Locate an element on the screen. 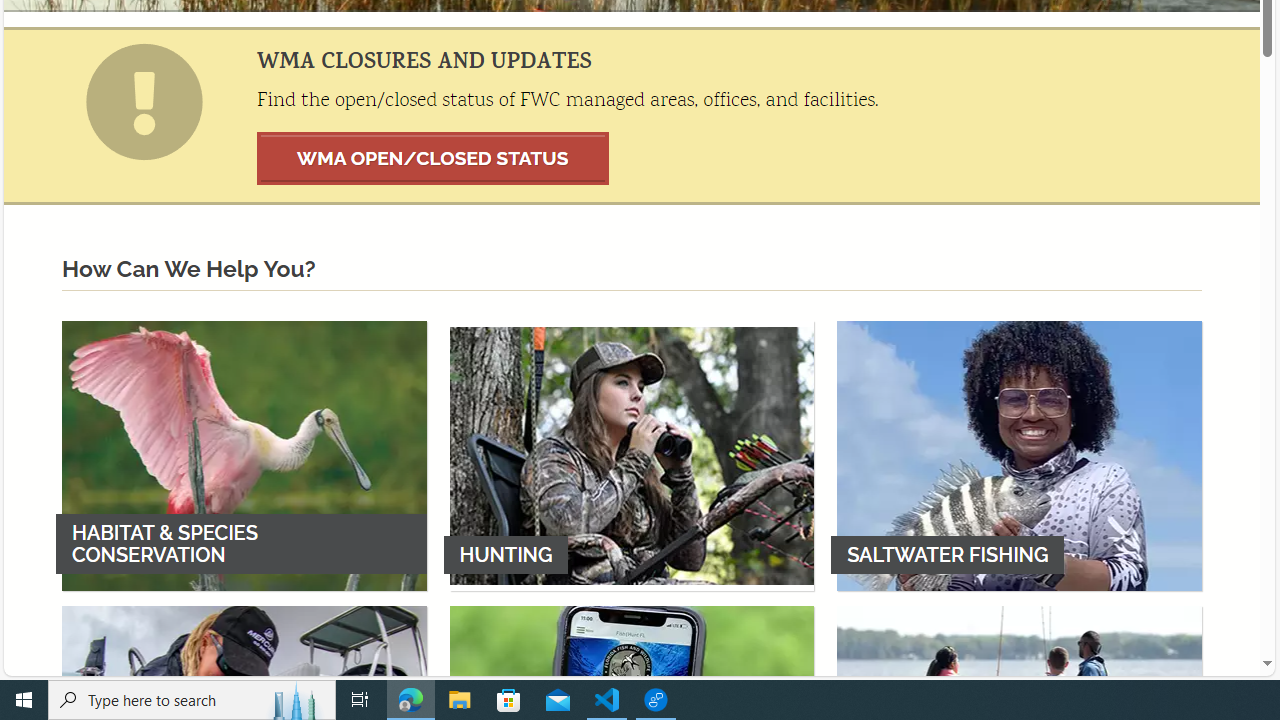 This screenshot has height=720, width=1280. 'WMA OPEN/CLOSED STATUS' is located at coordinates (432, 157).